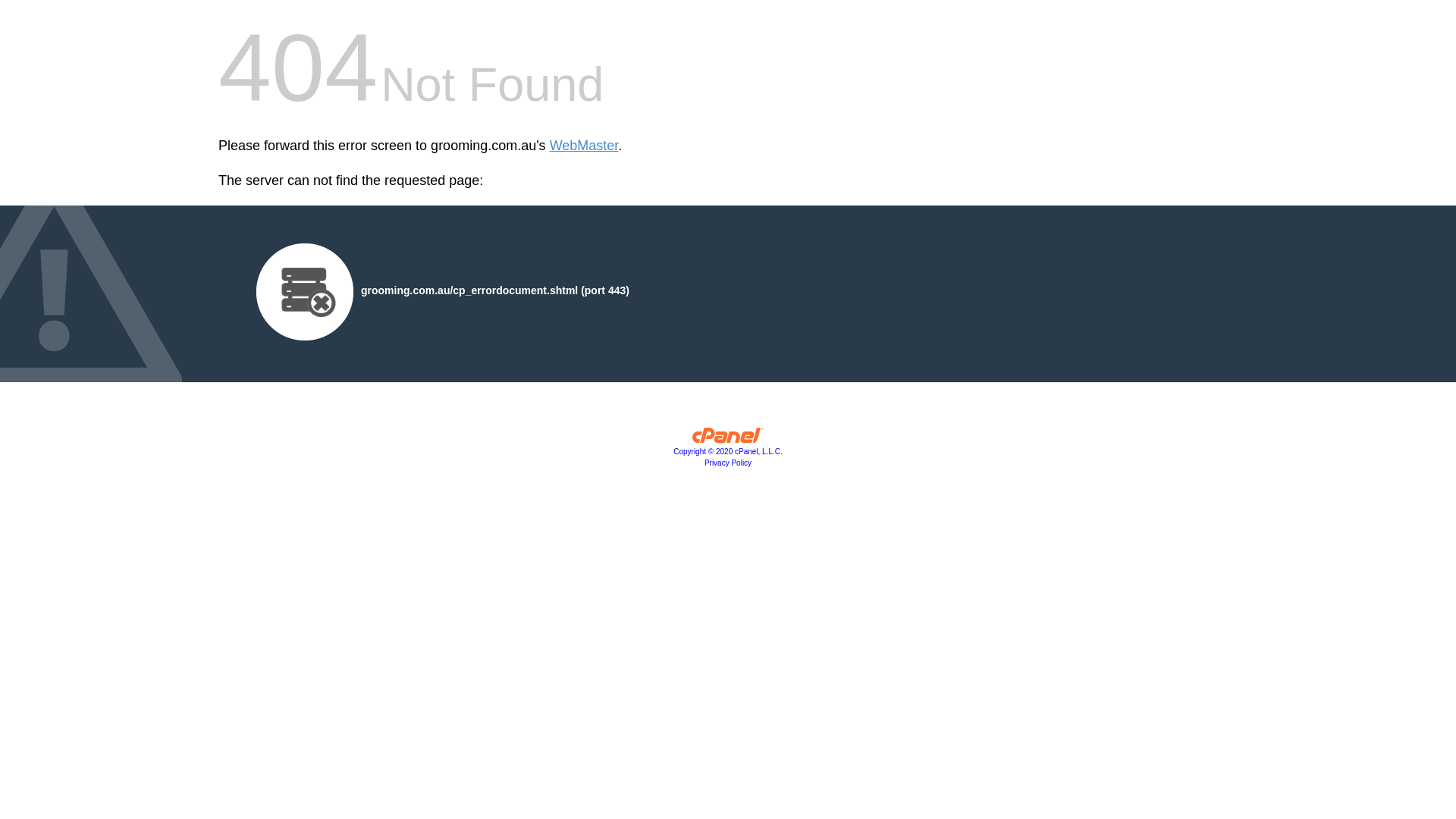 This screenshot has width=1456, height=819. What do you see at coordinates (728, 438) in the screenshot?
I see `'cPanel, Inc.'` at bounding box center [728, 438].